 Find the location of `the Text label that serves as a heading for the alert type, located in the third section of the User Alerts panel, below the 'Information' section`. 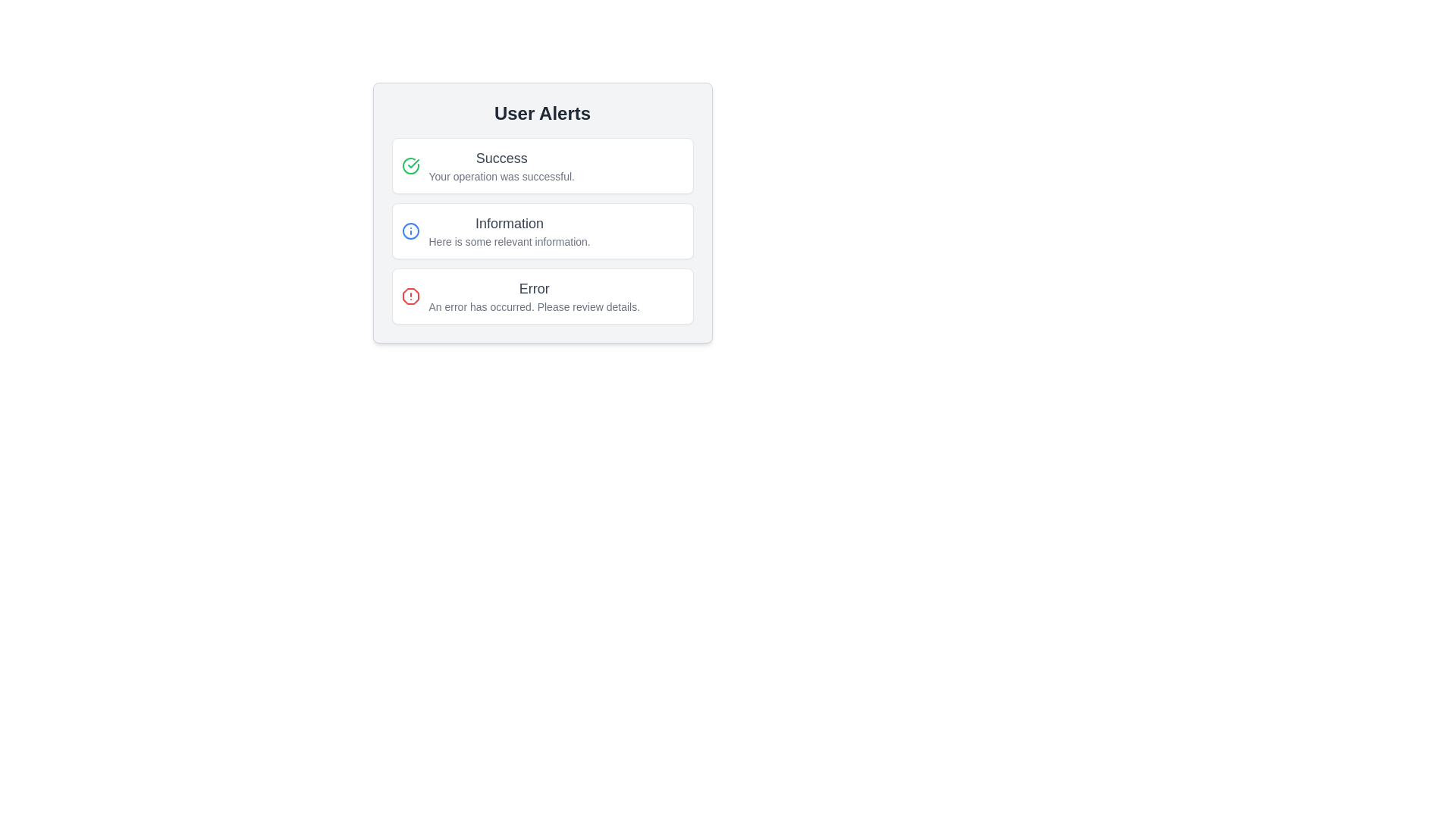

the Text label that serves as a heading for the alert type, located in the third section of the User Alerts panel, below the 'Information' section is located at coordinates (534, 289).